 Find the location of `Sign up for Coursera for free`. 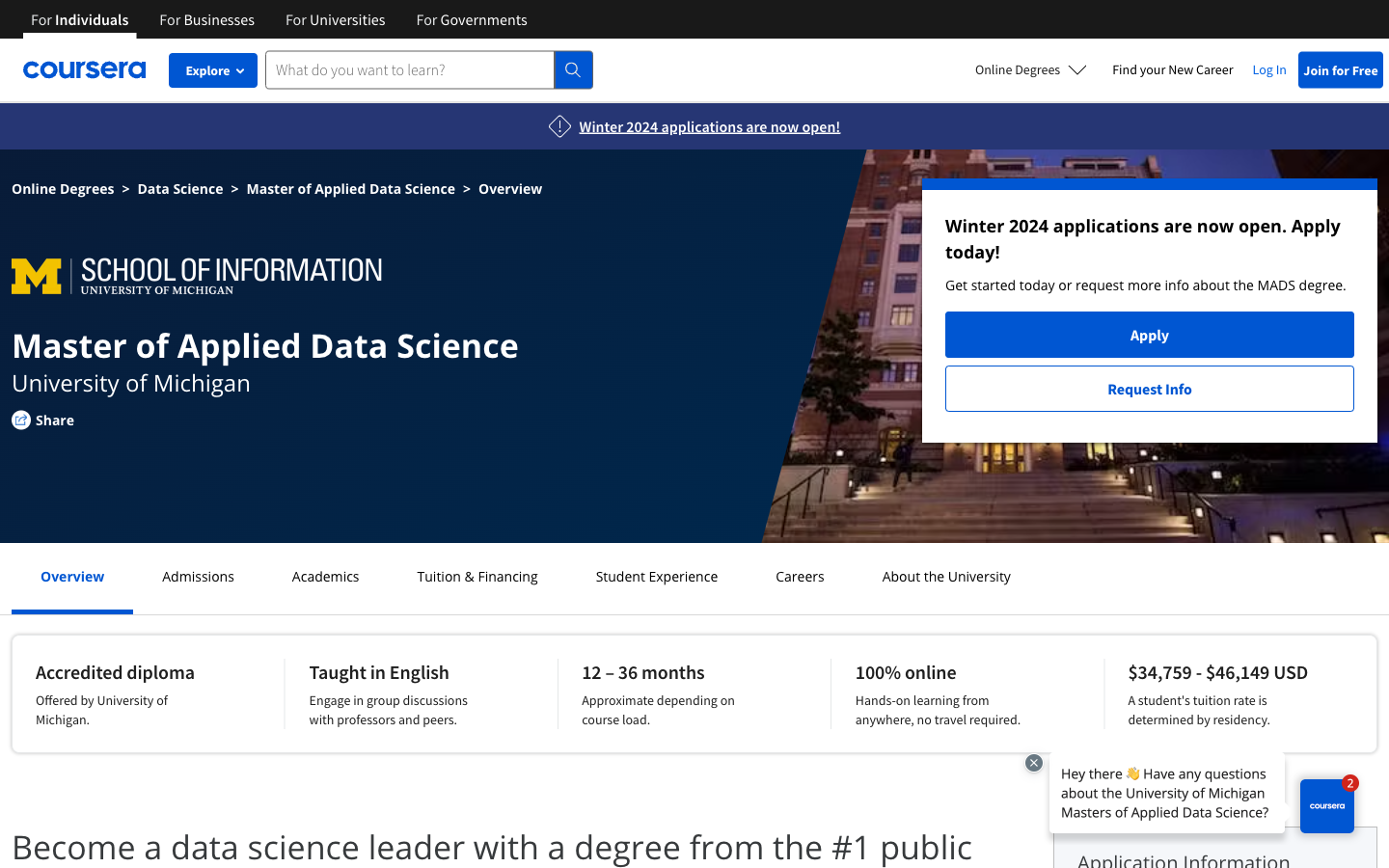

Sign up for Coursera for free is located at coordinates (1341, 68).